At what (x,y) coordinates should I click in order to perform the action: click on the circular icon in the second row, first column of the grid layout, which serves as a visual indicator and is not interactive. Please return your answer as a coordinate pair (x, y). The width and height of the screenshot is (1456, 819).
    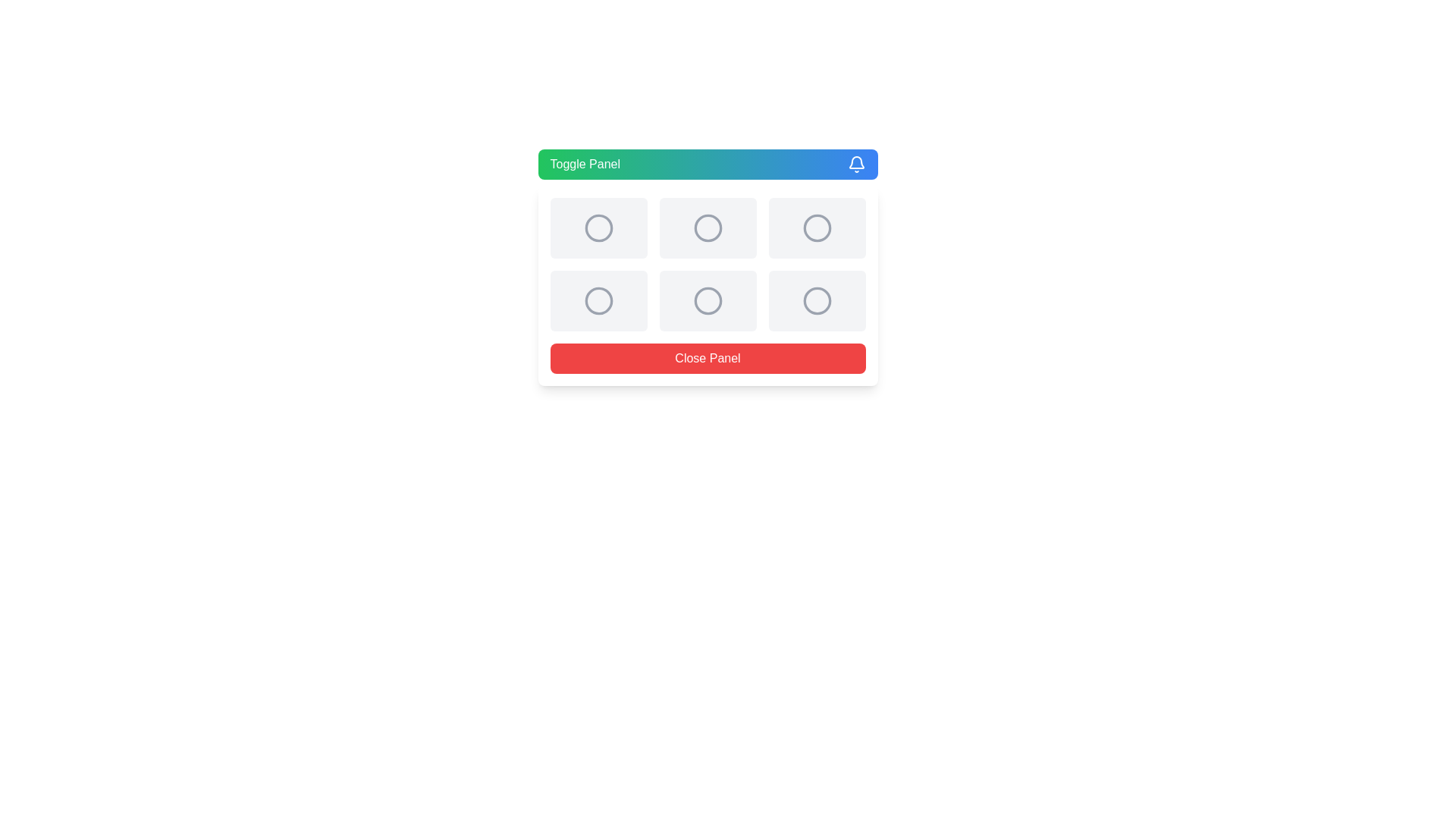
    Looking at the image, I should click on (598, 301).